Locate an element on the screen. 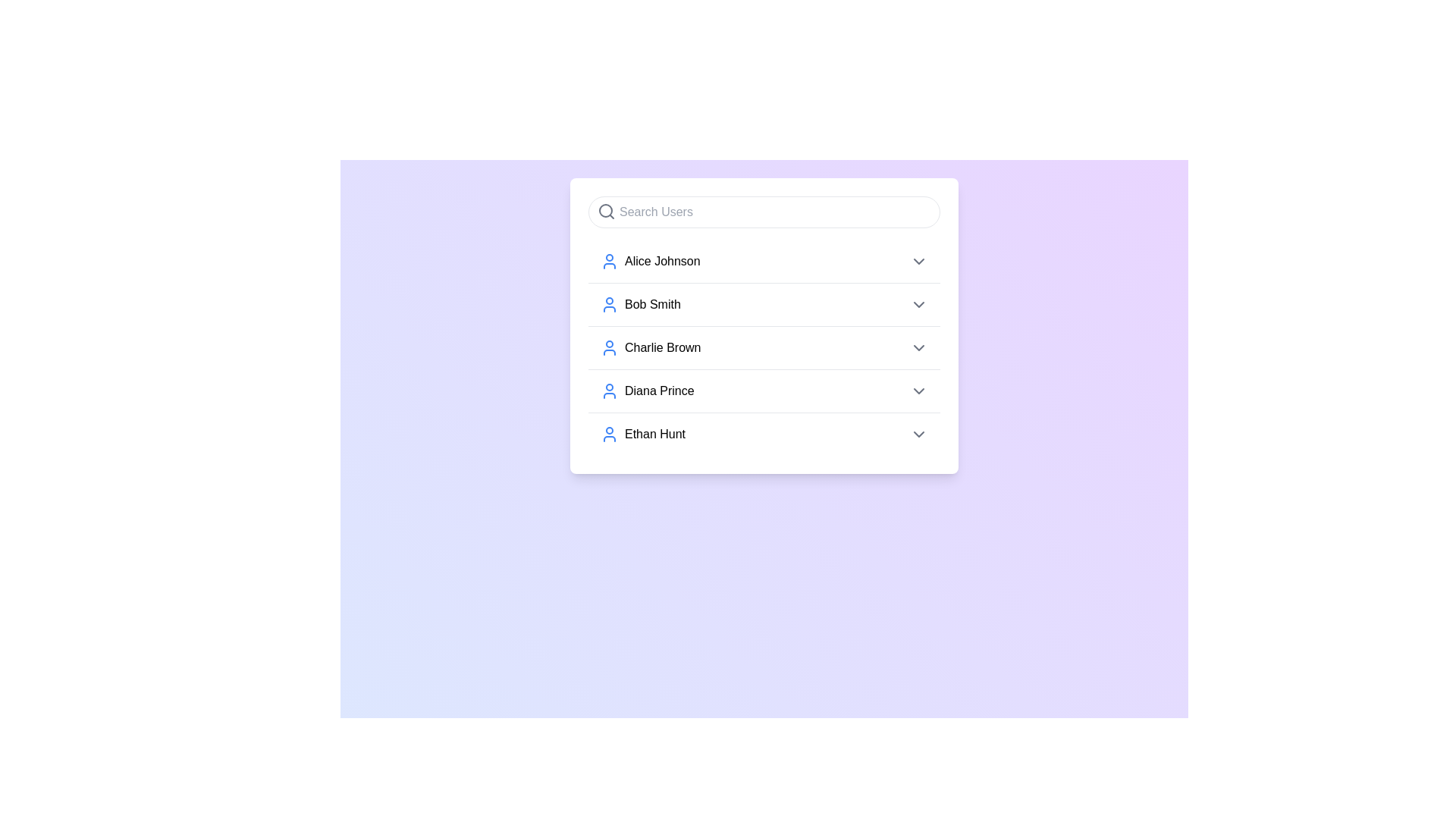  the user's profile silhouette icon, which has a blue outline and white interior, located to the left of the text 'Bob Smith' in the second row of the user list is located at coordinates (610, 304).